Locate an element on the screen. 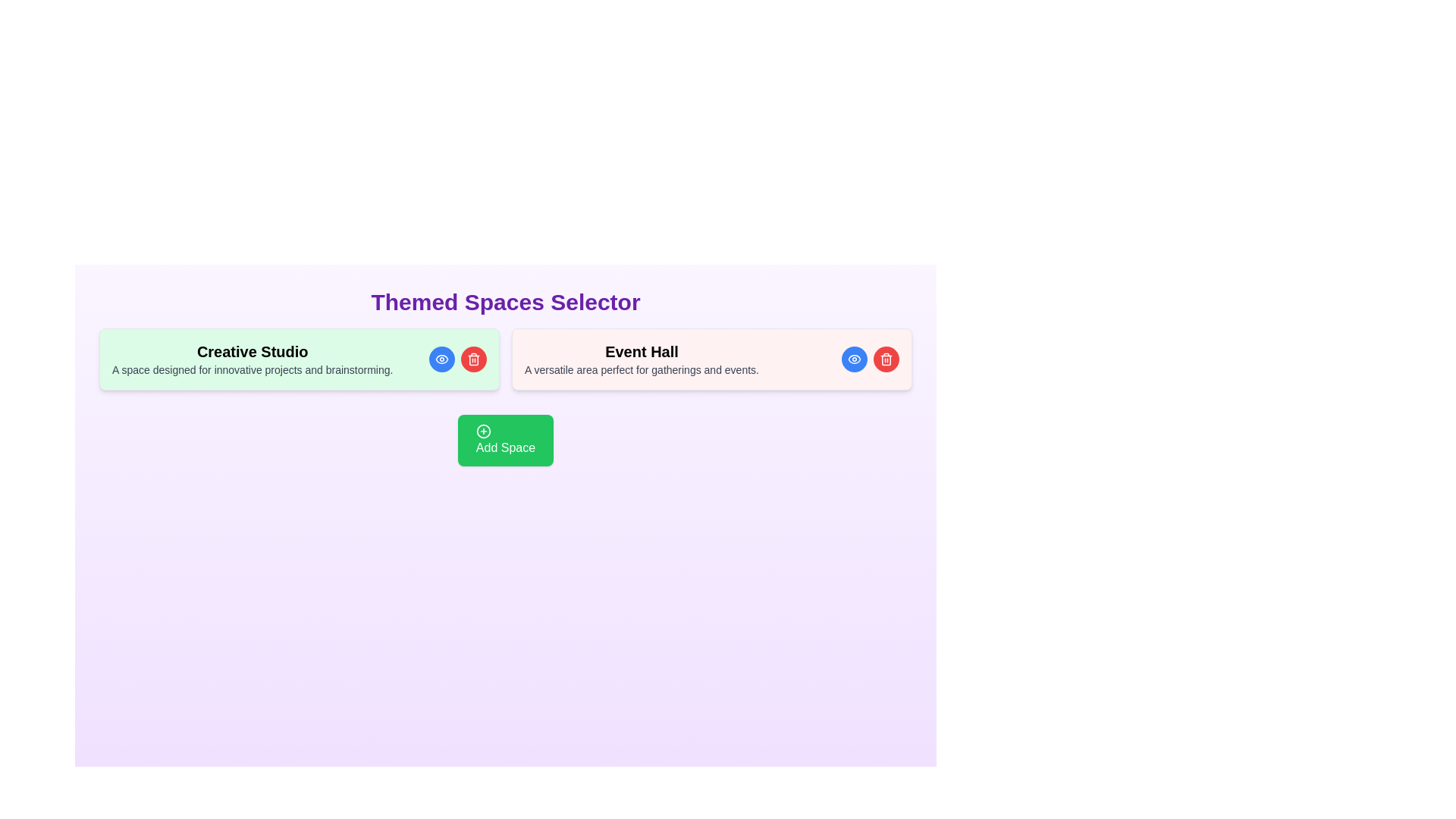  the static text reading 'A space designed for innovative projects and brainstorming.' located within the light green box labeled 'Creative Studio' is located at coordinates (253, 370).